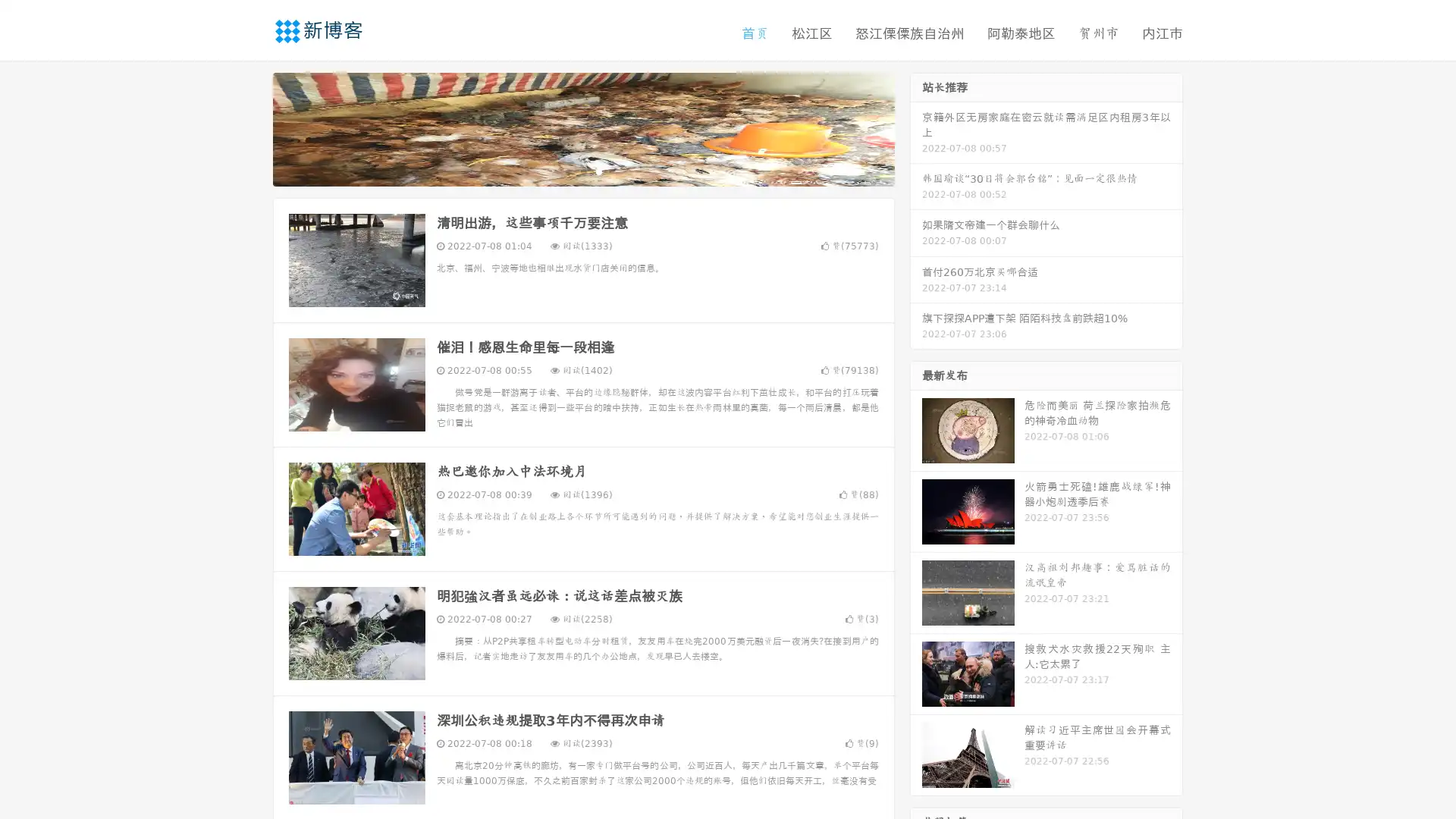 The height and width of the screenshot is (819, 1456). Describe the element at coordinates (567, 171) in the screenshot. I see `Go to slide 1` at that location.